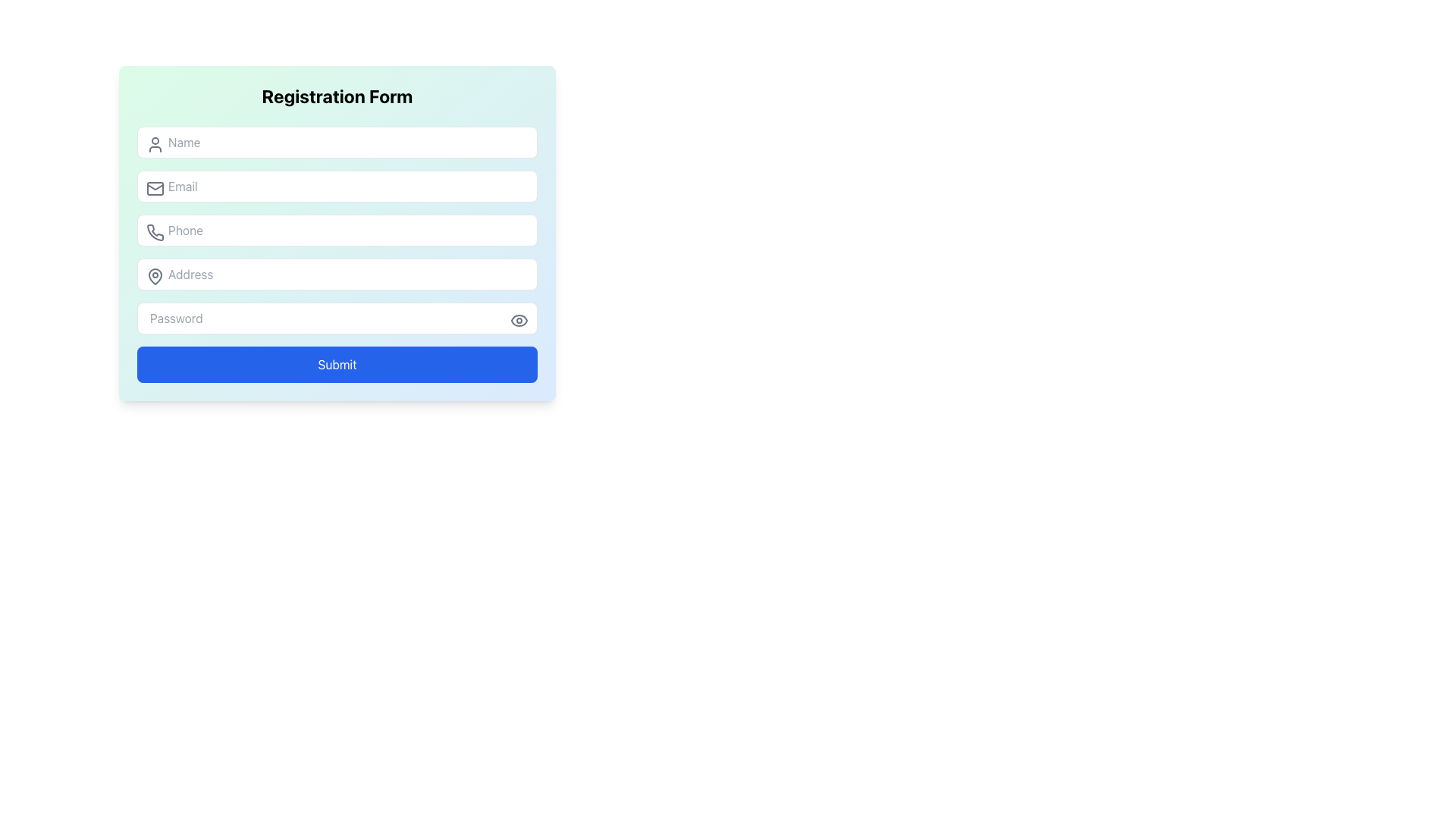 The width and height of the screenshot is (1456, 819). Describe the element at coordinates (155, 233) in the screenshot. I see `the phone icon, which is a classic handset styled with a gray outline and positioned to the left of the 'Phone' text input field` at that location.